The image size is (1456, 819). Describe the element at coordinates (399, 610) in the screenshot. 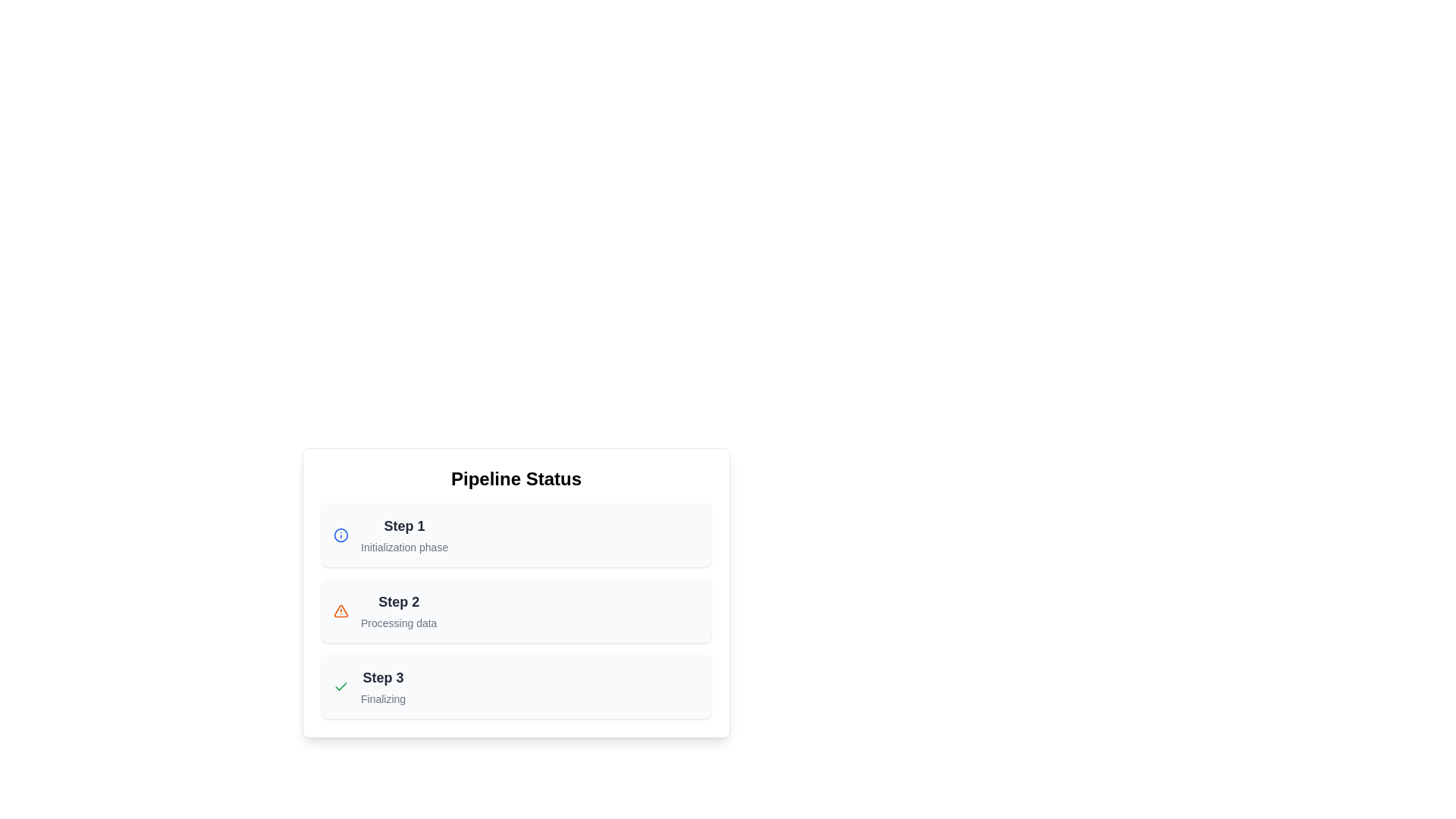

I see `the text label indicating 'Step 2' in the multi-step process visualization, which is styled prominently in bold and larger font with 'Processing data' underneath` at that location.